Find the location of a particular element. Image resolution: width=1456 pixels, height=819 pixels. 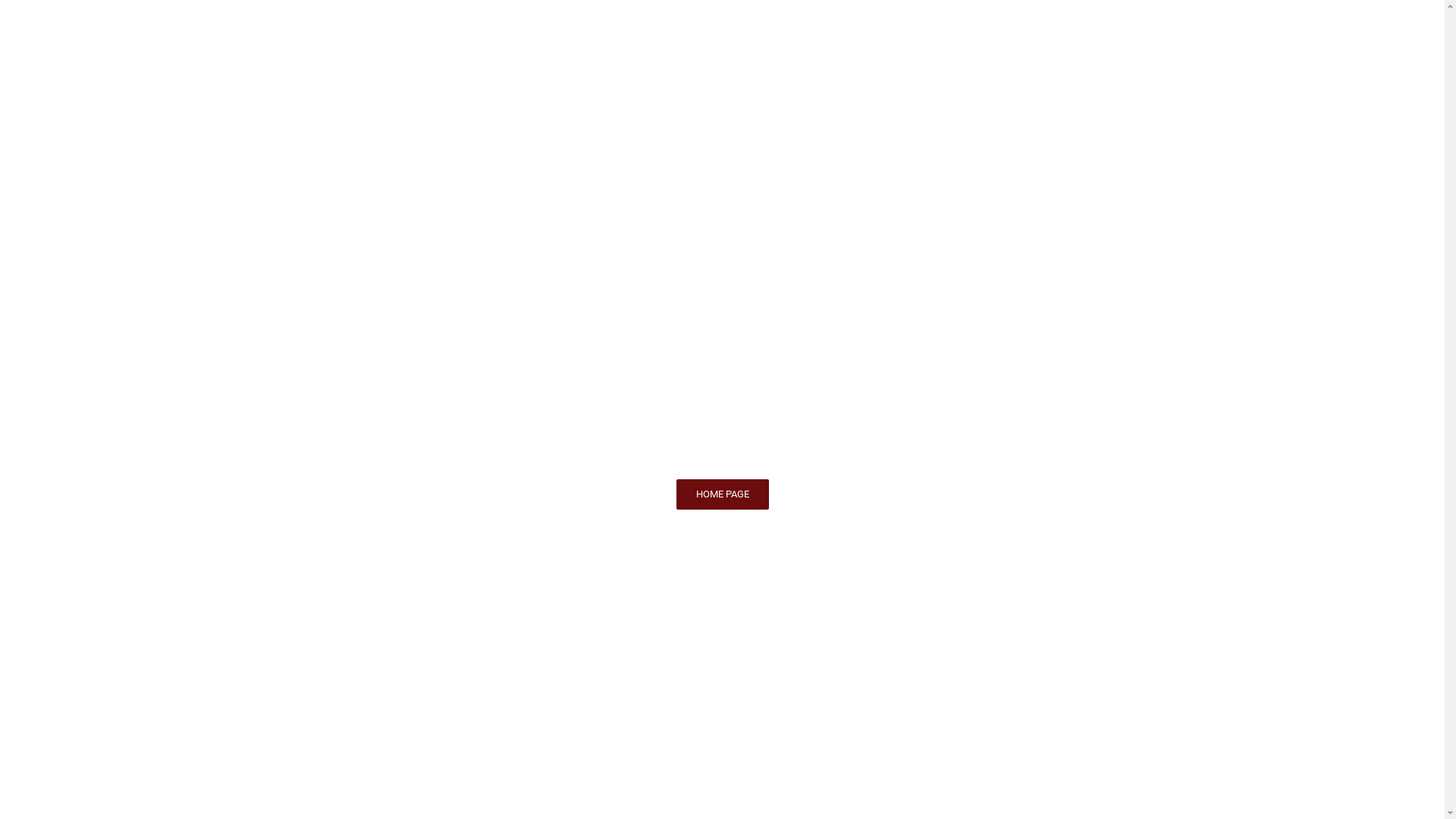

'HOME PAGE' is located at coordinates (722, 494).